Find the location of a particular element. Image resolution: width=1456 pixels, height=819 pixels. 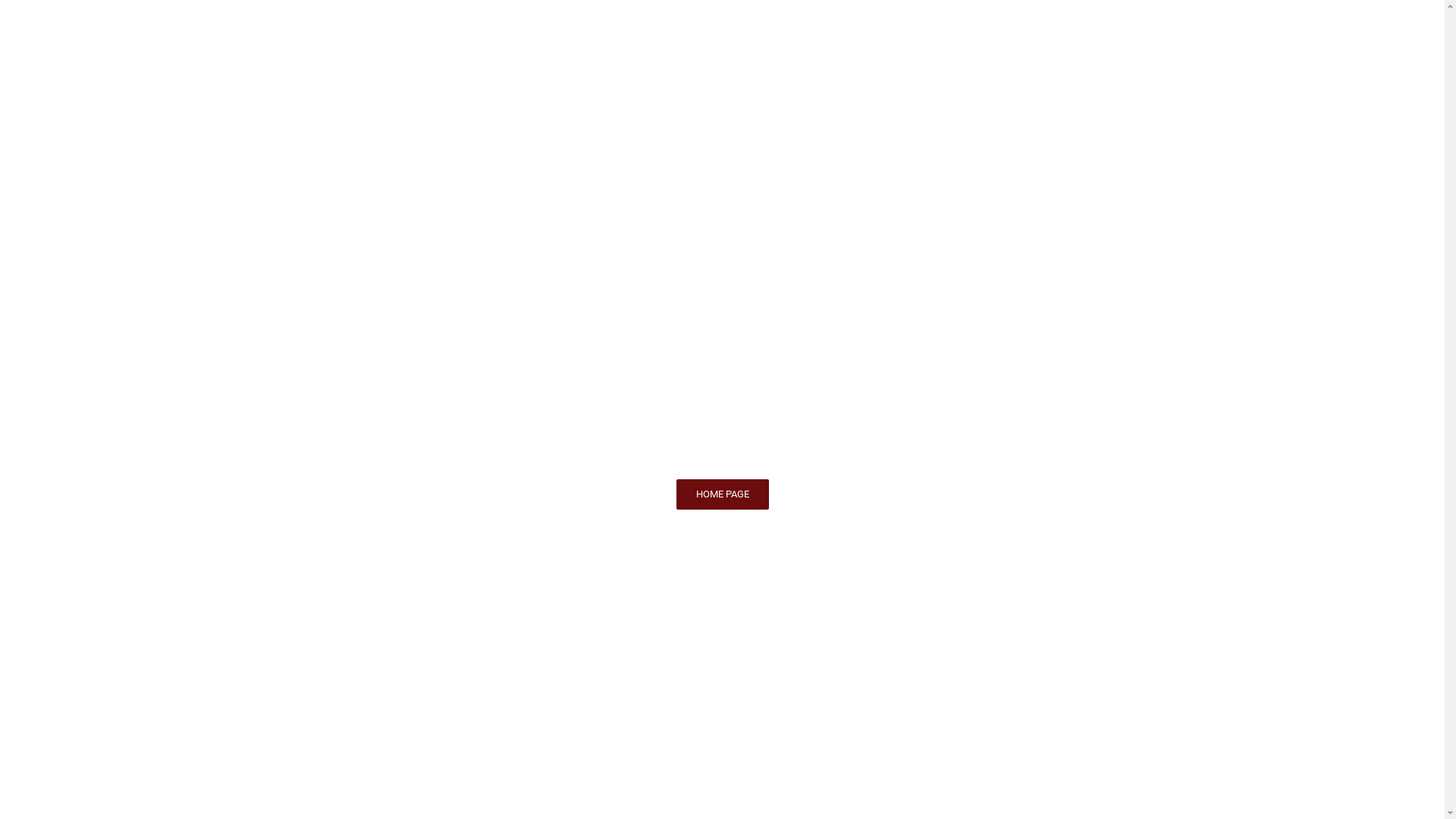

'HOME PAGE' is located at coordinates (722, 494).